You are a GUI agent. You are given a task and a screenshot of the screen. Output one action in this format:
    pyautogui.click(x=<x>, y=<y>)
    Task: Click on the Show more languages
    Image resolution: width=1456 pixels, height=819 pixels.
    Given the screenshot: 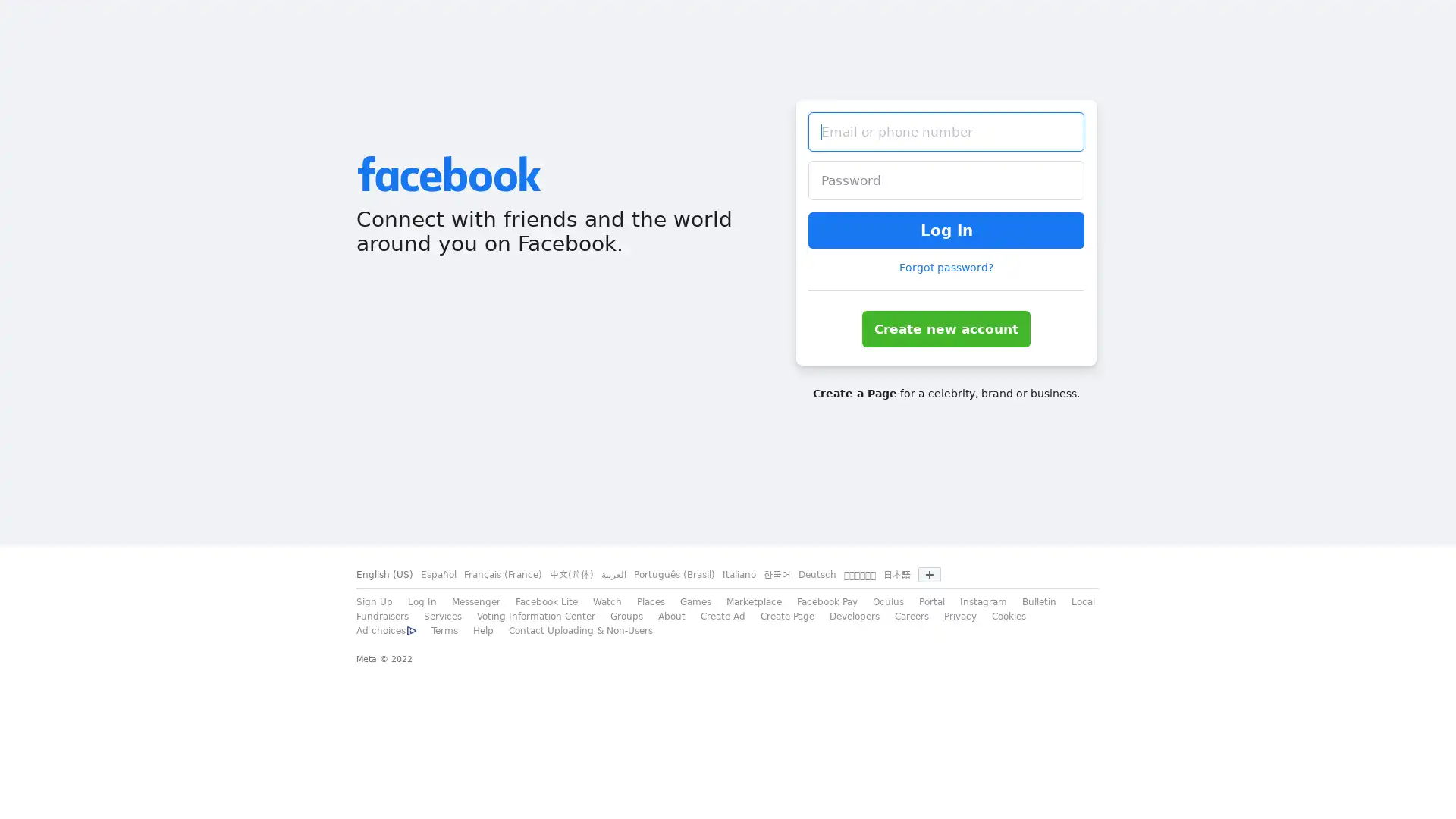 What is the action you would take?
    pyautogui.click(x=928, y=575)
    